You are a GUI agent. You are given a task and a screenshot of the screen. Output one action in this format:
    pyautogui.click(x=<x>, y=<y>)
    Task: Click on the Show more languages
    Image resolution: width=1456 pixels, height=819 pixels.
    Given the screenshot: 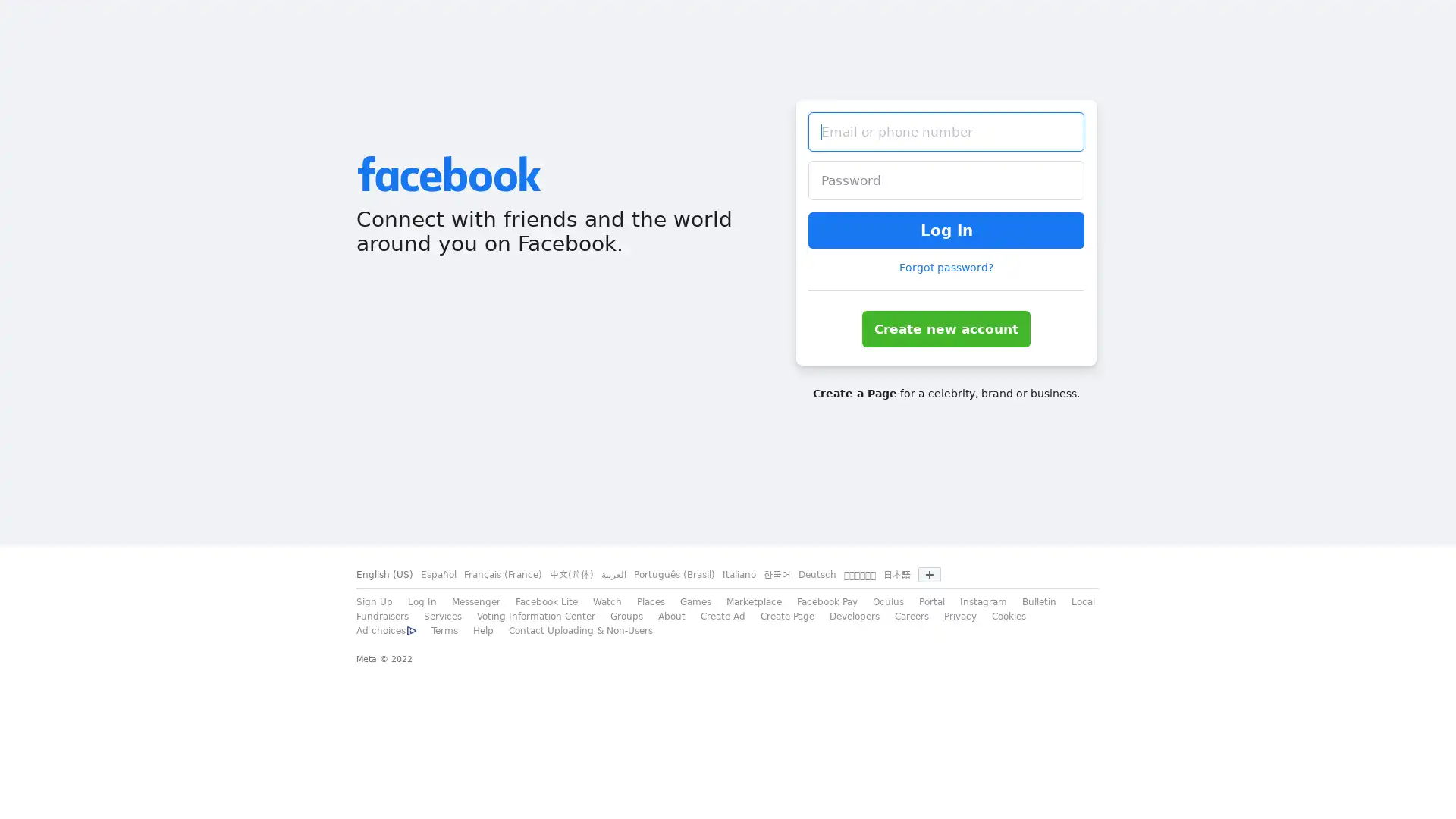 What is the action you would take?
    pyautogui.click(x=928, y=575)
    